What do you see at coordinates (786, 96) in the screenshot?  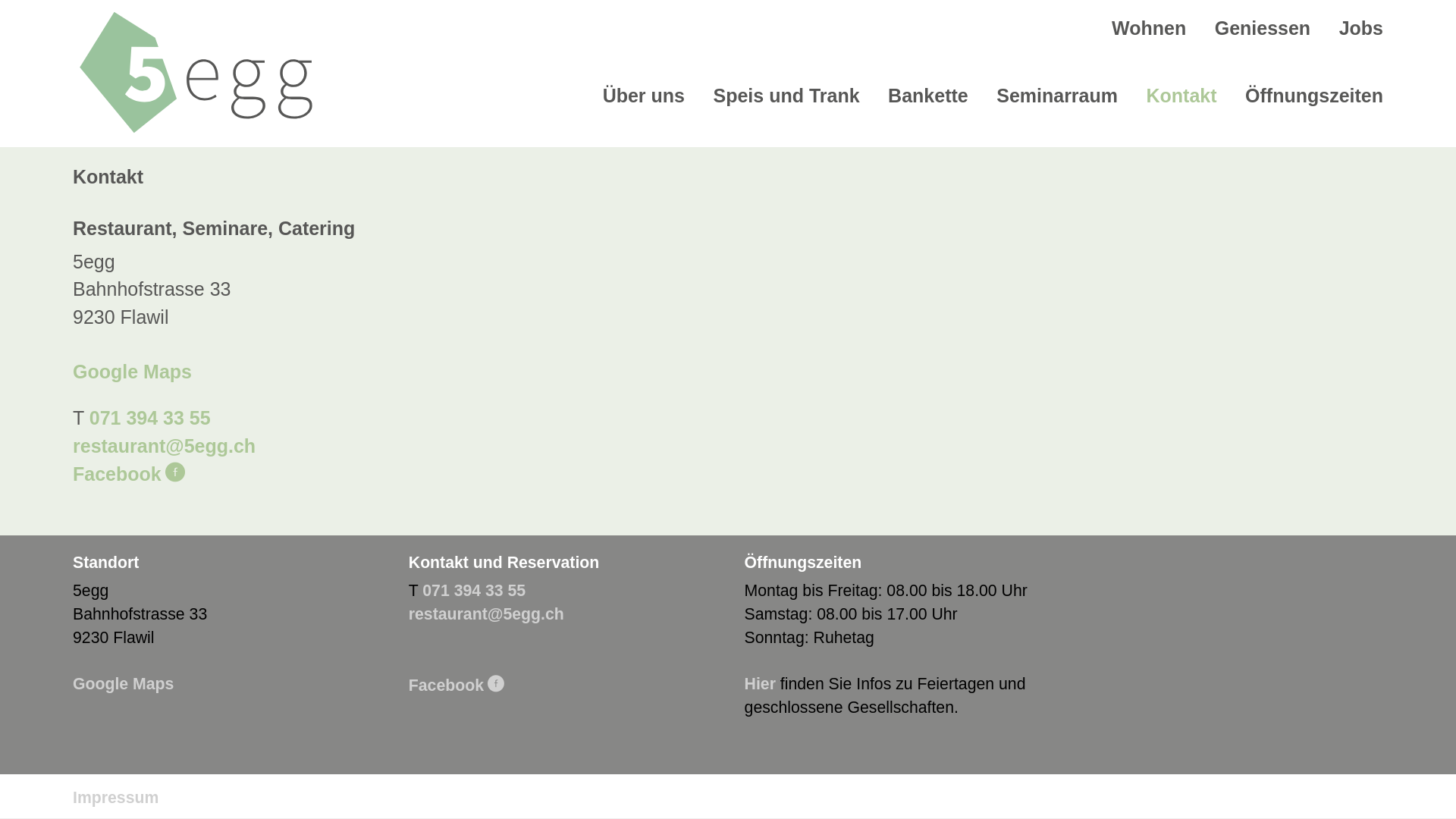 I see `'Speis und Trank'` at bounding box center [786, 96].